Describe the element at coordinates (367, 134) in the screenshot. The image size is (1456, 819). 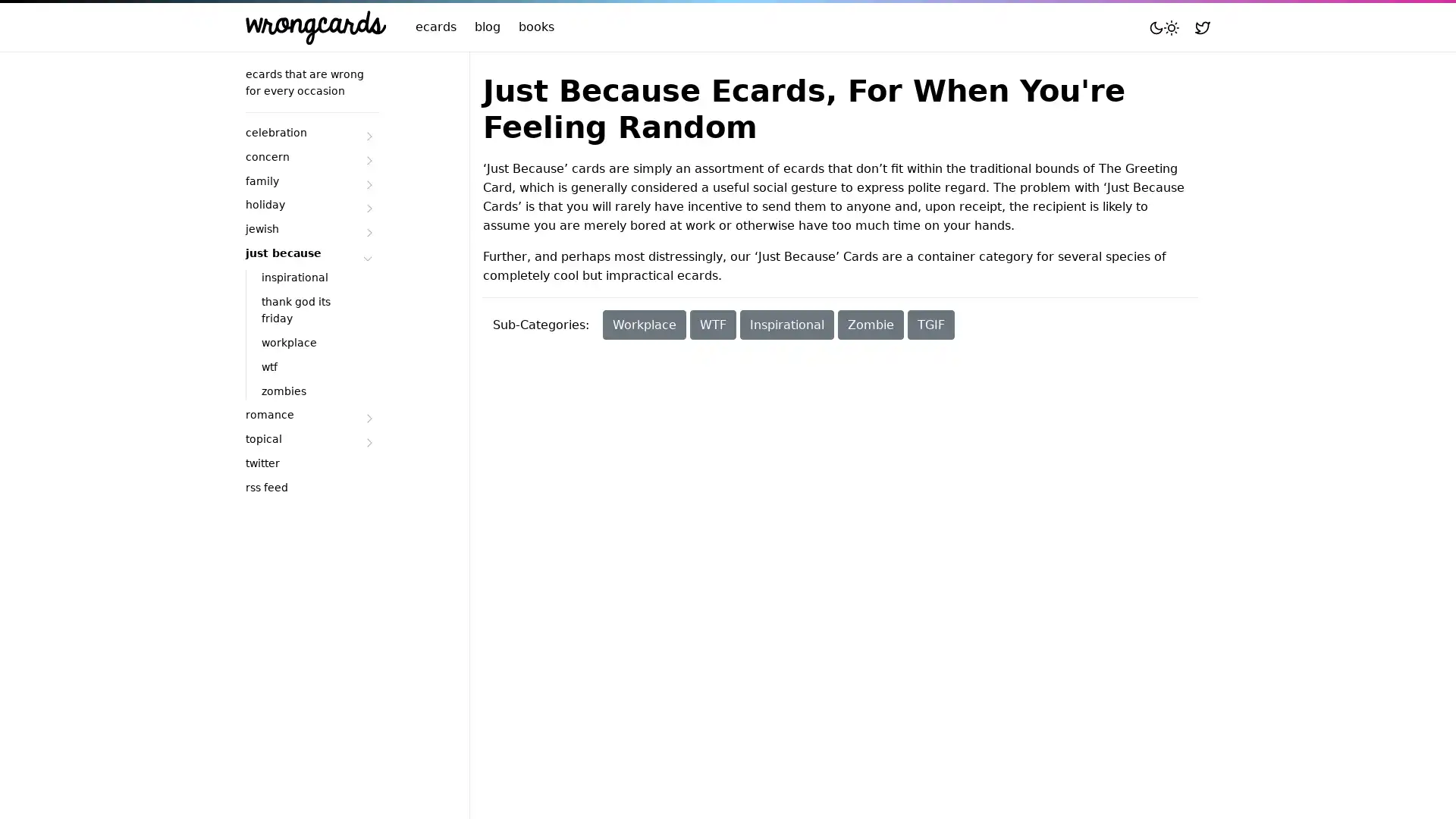
I see `Submenu` at that location.